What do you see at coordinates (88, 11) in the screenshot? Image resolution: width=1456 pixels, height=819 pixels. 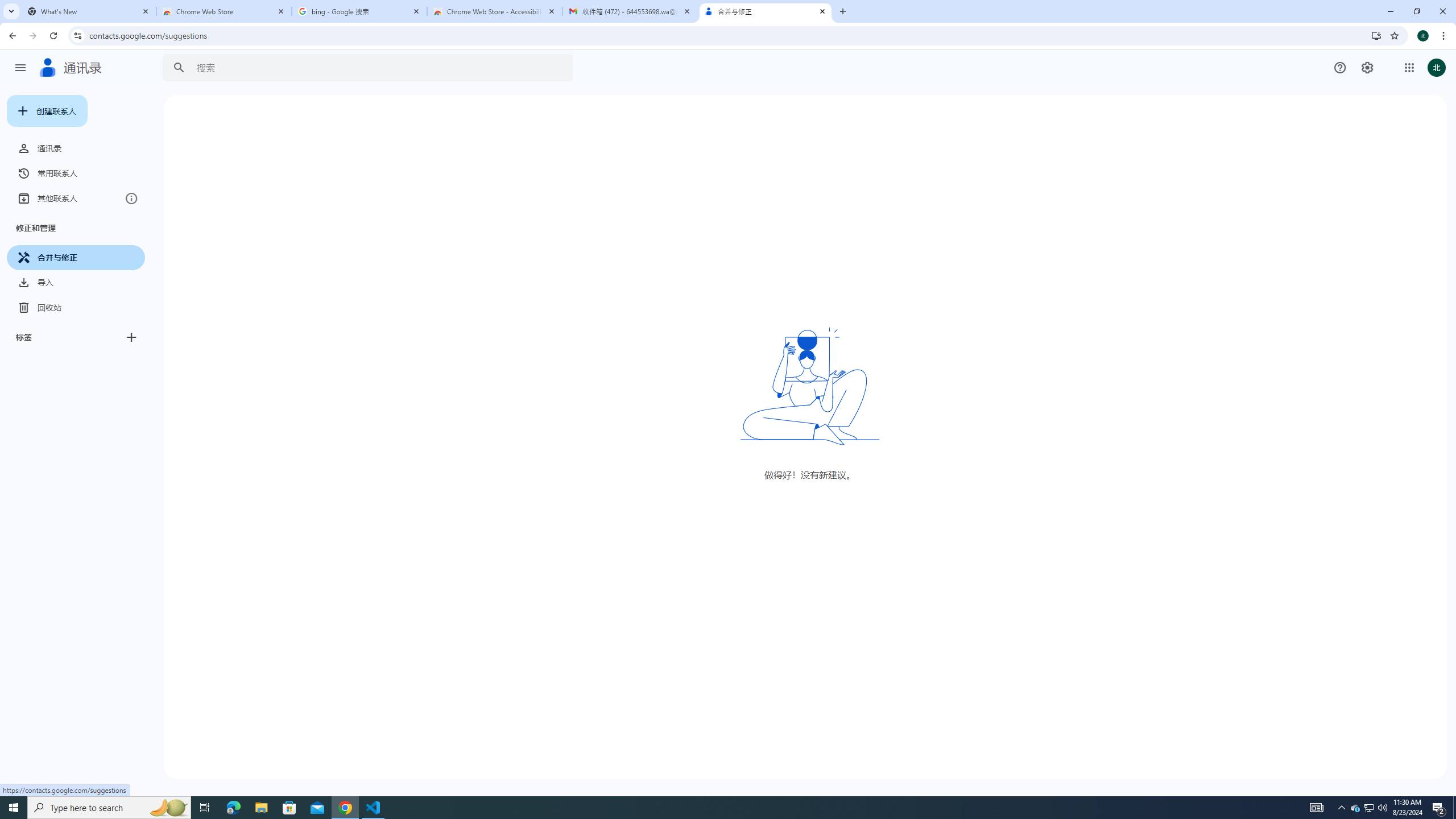 I see `'What'` at bounding box center [88, 11].